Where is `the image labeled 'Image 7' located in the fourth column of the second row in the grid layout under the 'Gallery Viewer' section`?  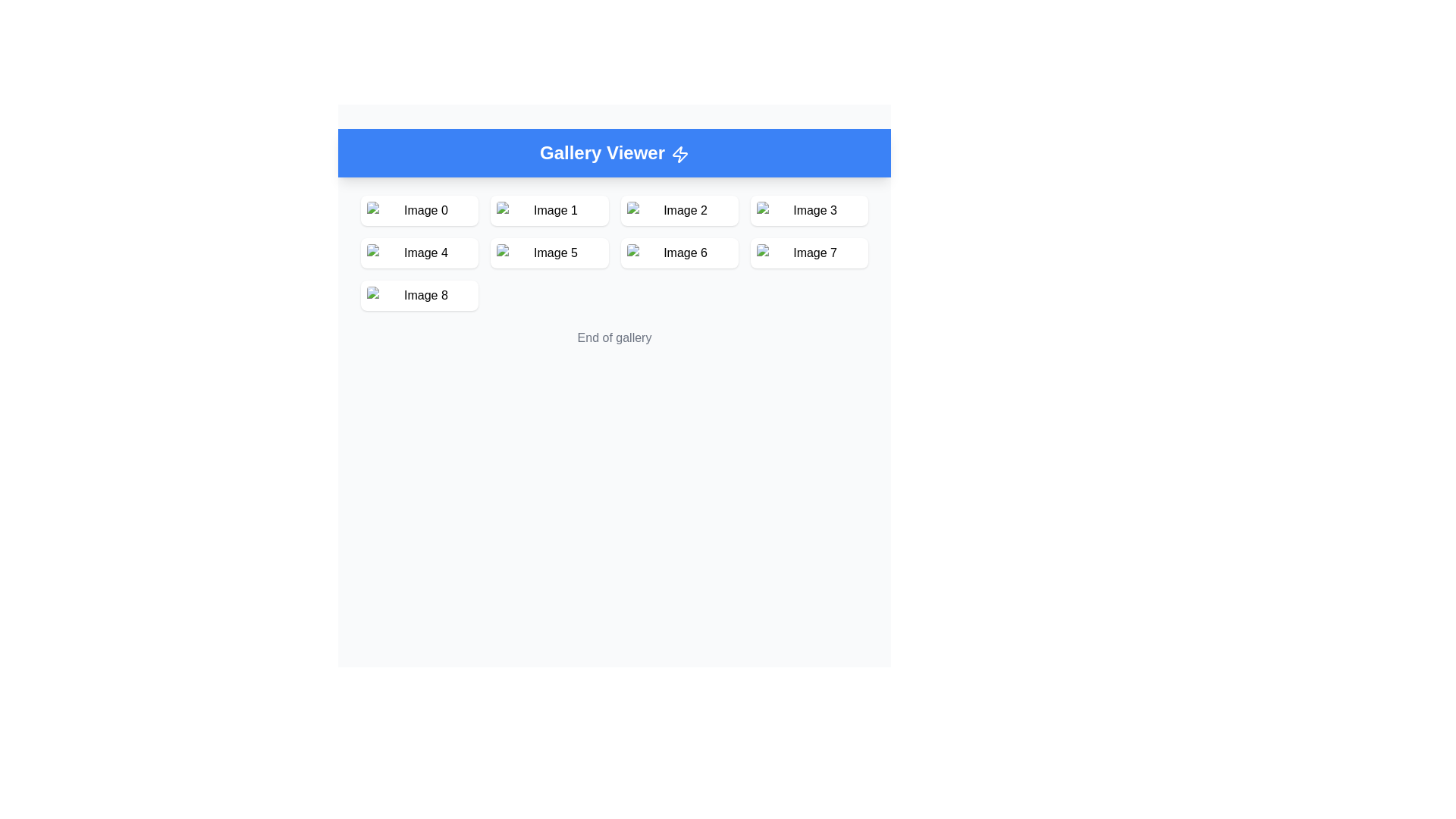 the image labeled 'Image 7' located in the fourth column of the second row in the grid layout under the 'Gallery Viewer' section is located at coordinates (808, 253).